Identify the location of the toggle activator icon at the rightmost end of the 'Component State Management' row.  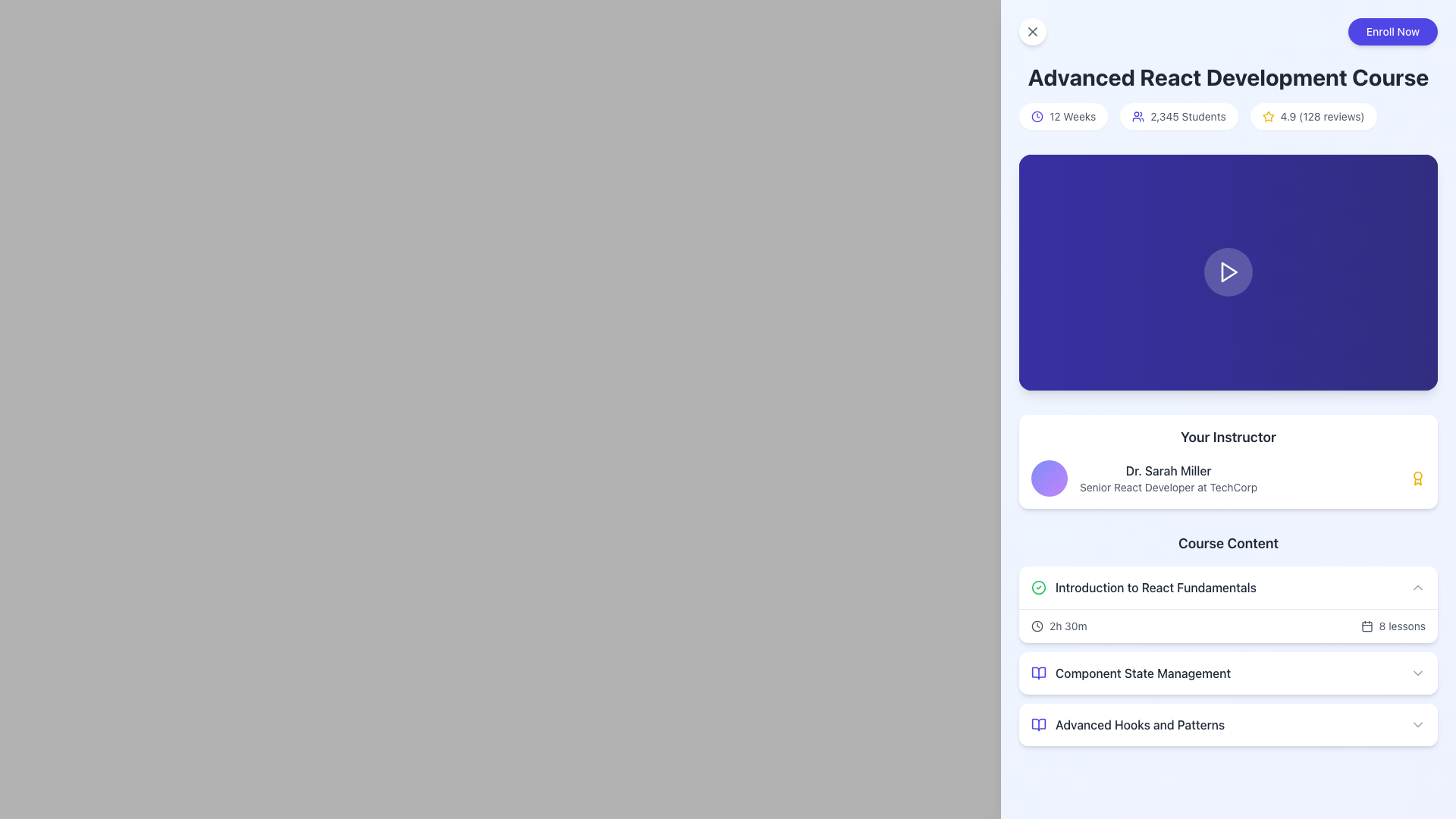
(1417, 672).